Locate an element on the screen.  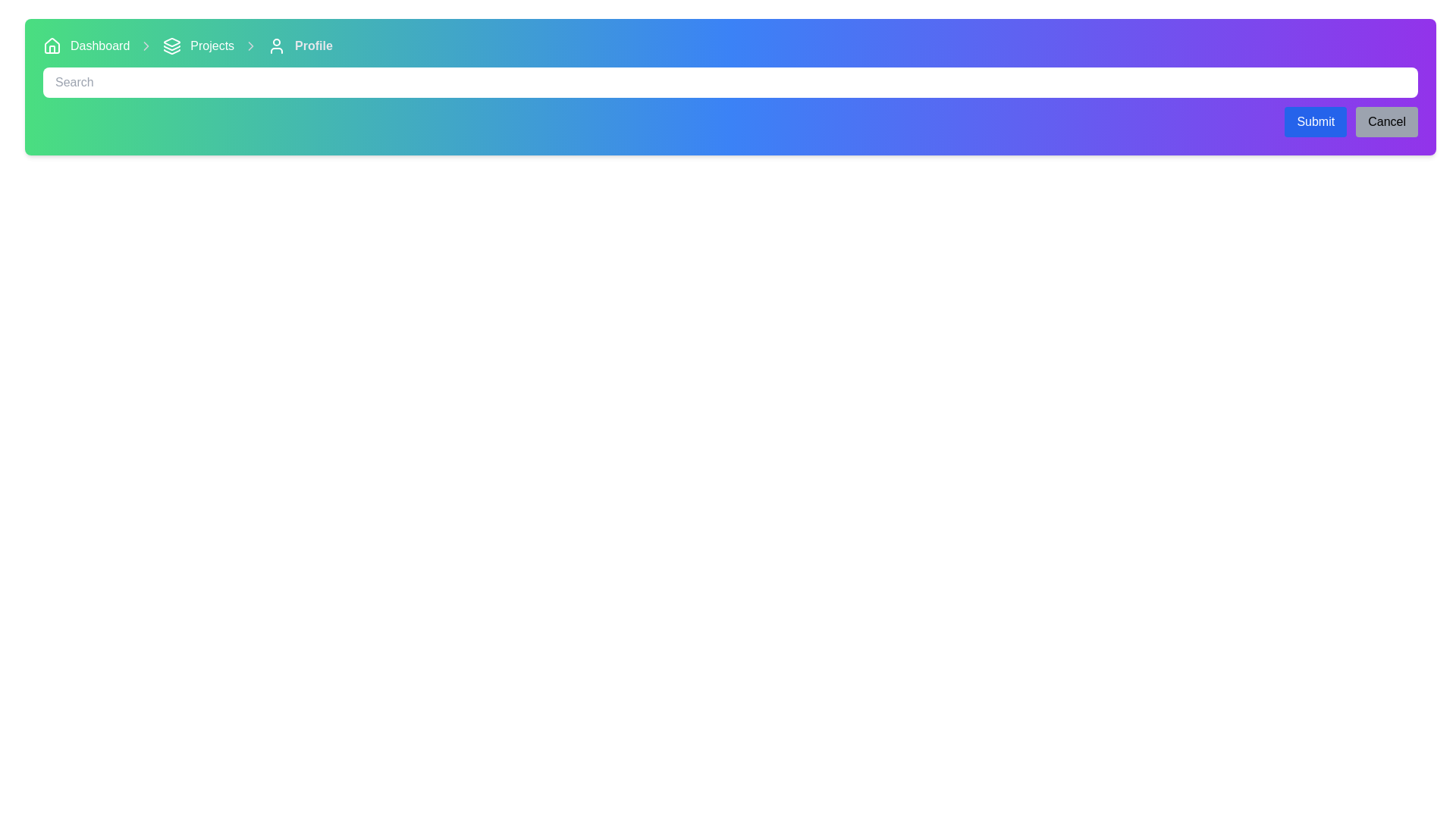
the navigation separator icon located between the 'Dashboard' and 'Projects' links in the navigation bar is located at coordinates (146, 45).